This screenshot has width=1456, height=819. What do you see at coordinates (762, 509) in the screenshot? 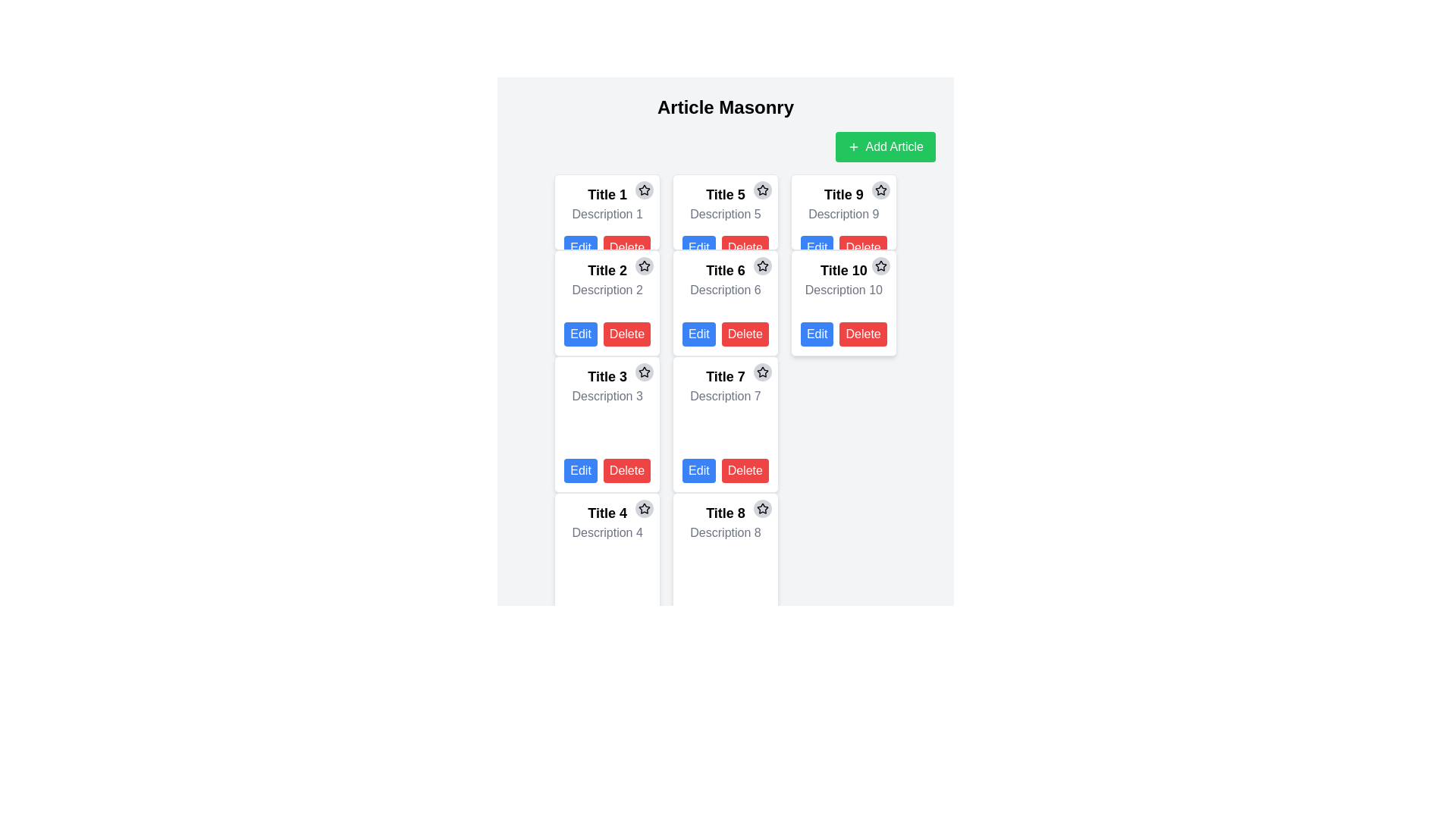
I see `the circular button with a star icon in the top-right corner of the card displaying 'Title 8'` at bounding box center [762, 509].